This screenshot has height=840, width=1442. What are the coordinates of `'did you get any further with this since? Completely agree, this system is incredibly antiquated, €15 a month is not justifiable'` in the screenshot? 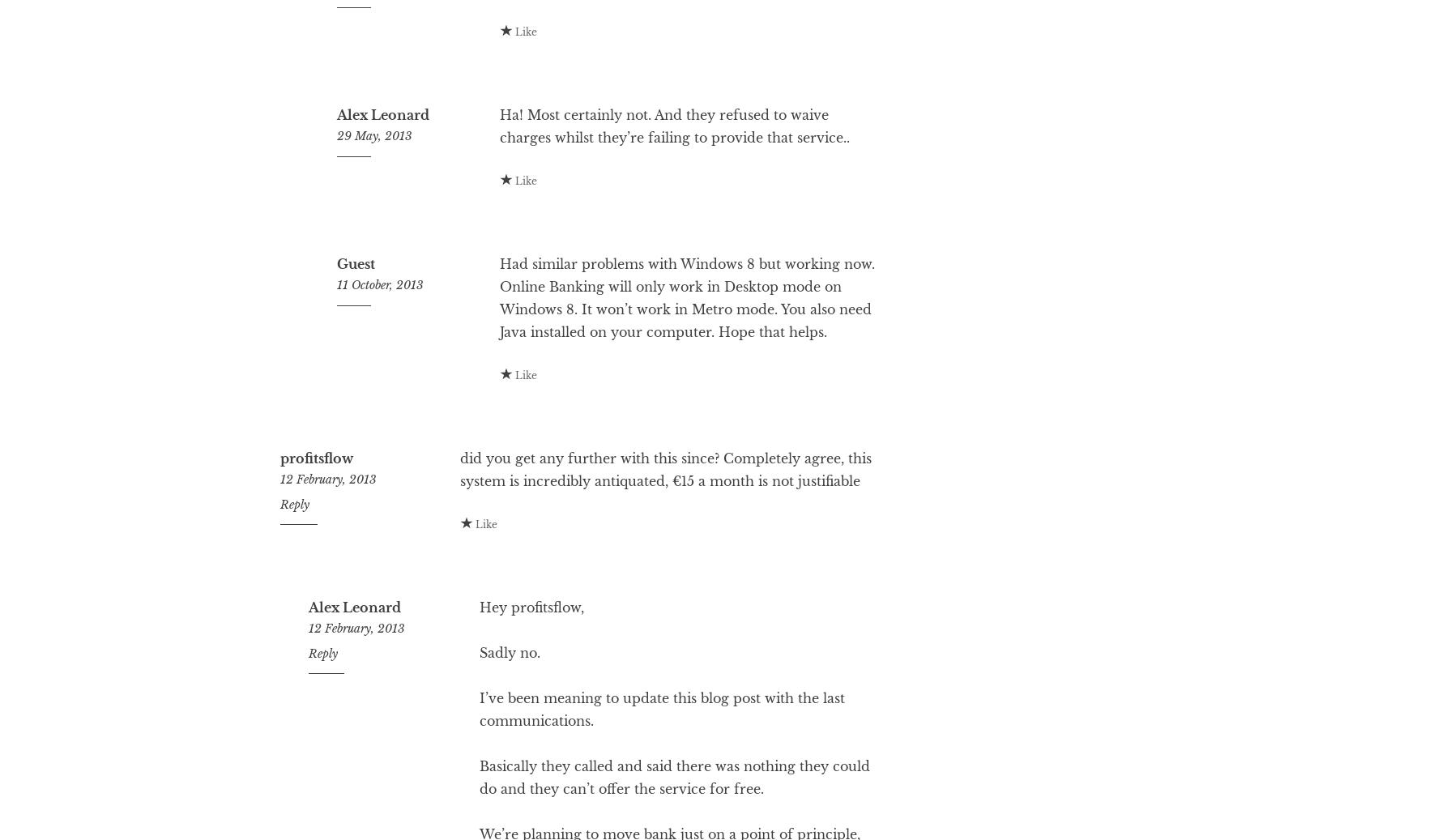 It's located at (663, 535).